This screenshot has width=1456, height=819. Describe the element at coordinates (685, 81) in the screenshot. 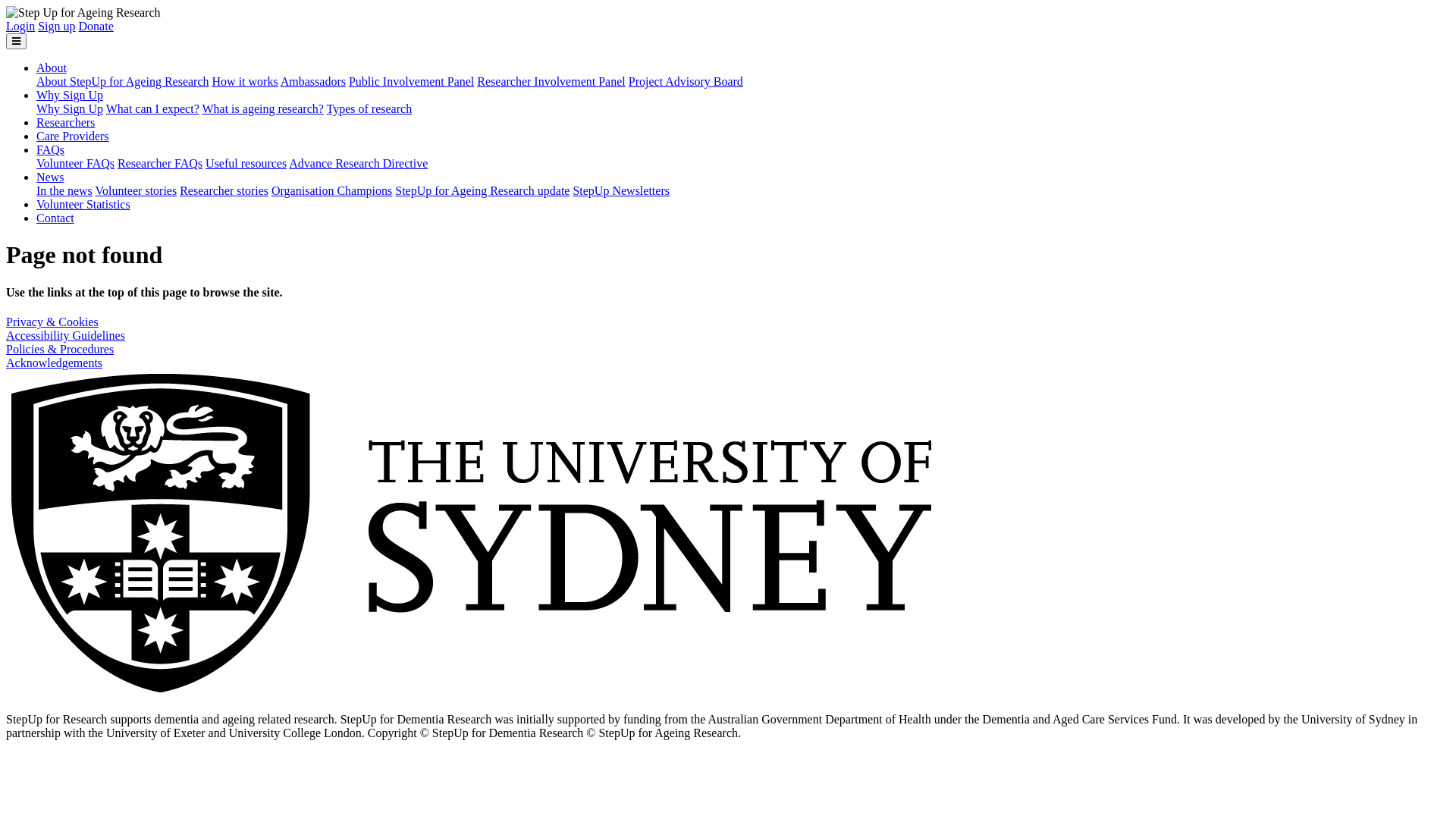

I see `'Project Advisory Board'` at that location.